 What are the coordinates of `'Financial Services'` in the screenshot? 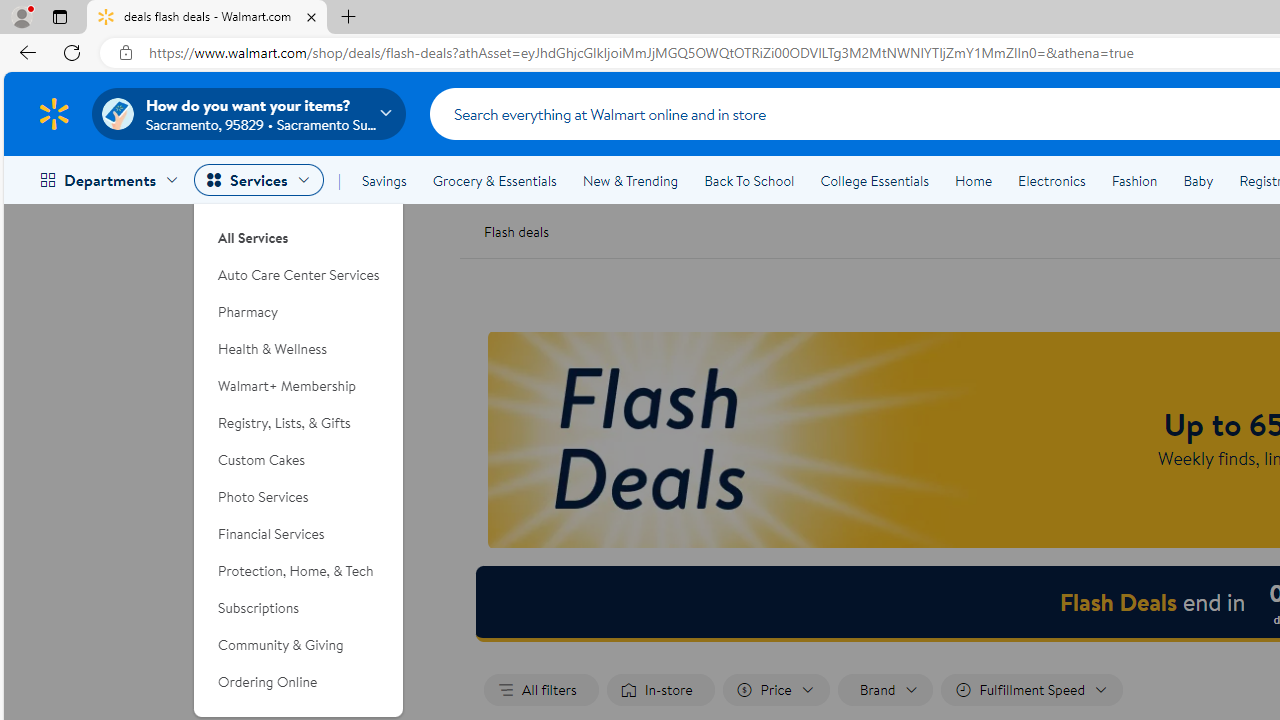 It's located at (298, 533).